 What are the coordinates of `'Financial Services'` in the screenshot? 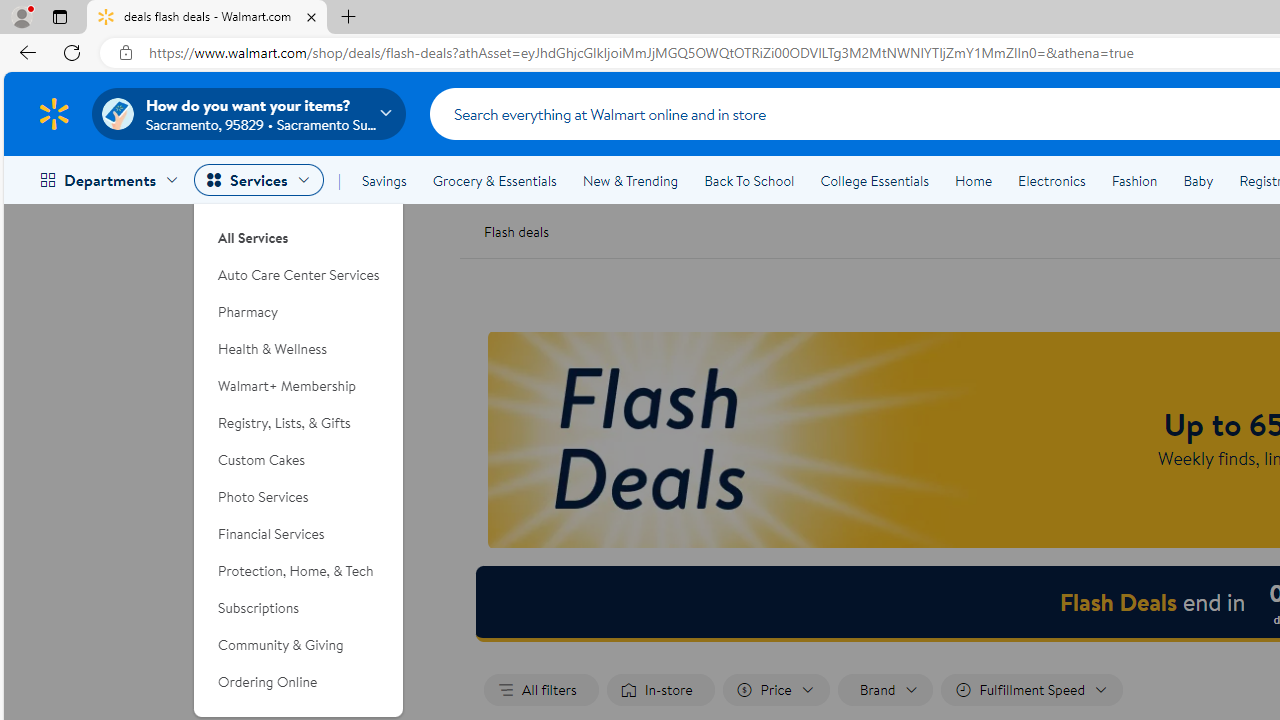 It's located at (298, 533).